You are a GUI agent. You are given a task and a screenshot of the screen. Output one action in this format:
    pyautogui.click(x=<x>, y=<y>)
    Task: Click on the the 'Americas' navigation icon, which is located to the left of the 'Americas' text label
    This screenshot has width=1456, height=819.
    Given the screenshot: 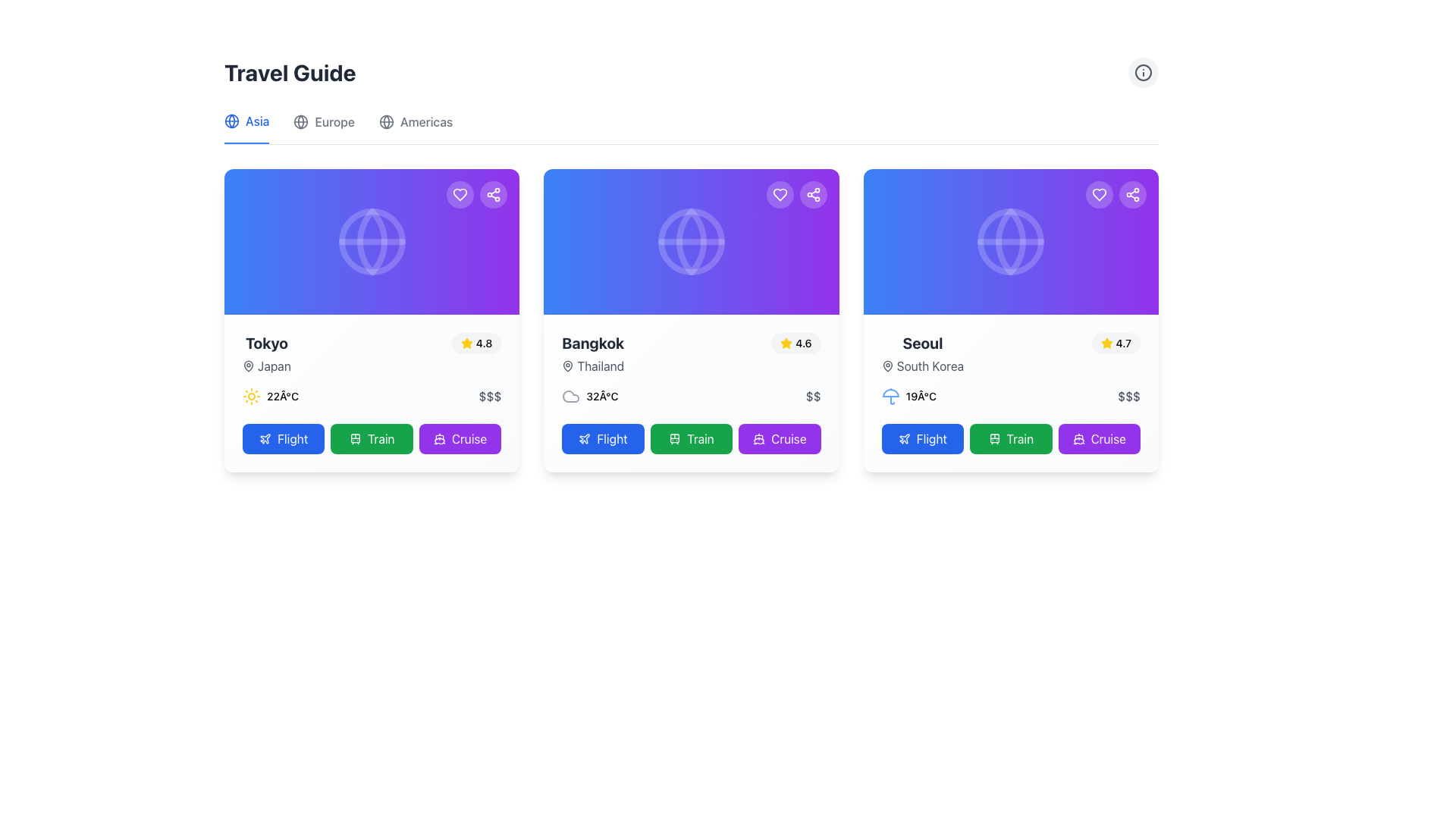 What is the action you would take?
    pyautogui.click(x=386, y=121)
    